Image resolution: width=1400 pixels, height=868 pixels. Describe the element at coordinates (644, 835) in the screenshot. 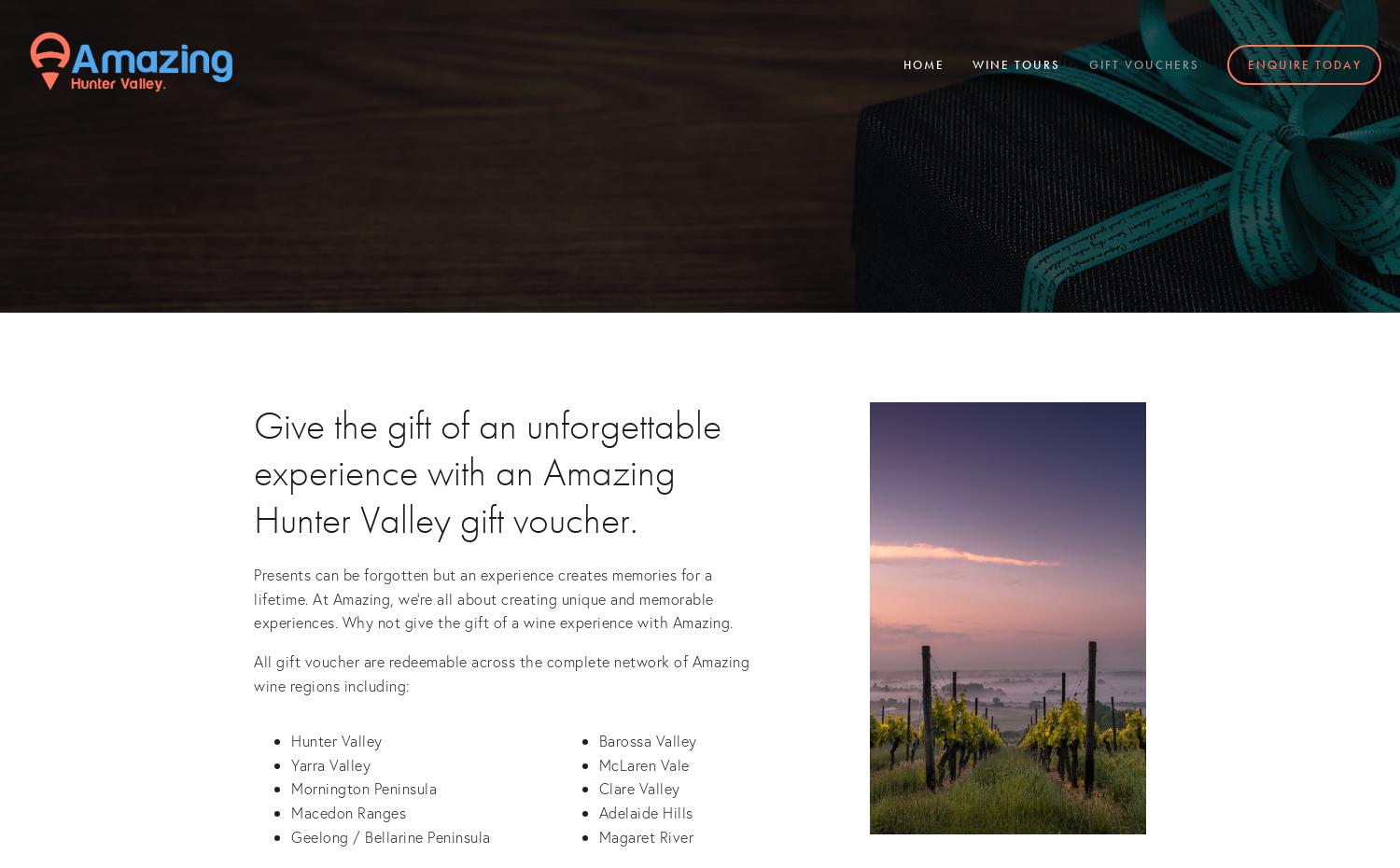

I see `'Magaret River'` at that location.